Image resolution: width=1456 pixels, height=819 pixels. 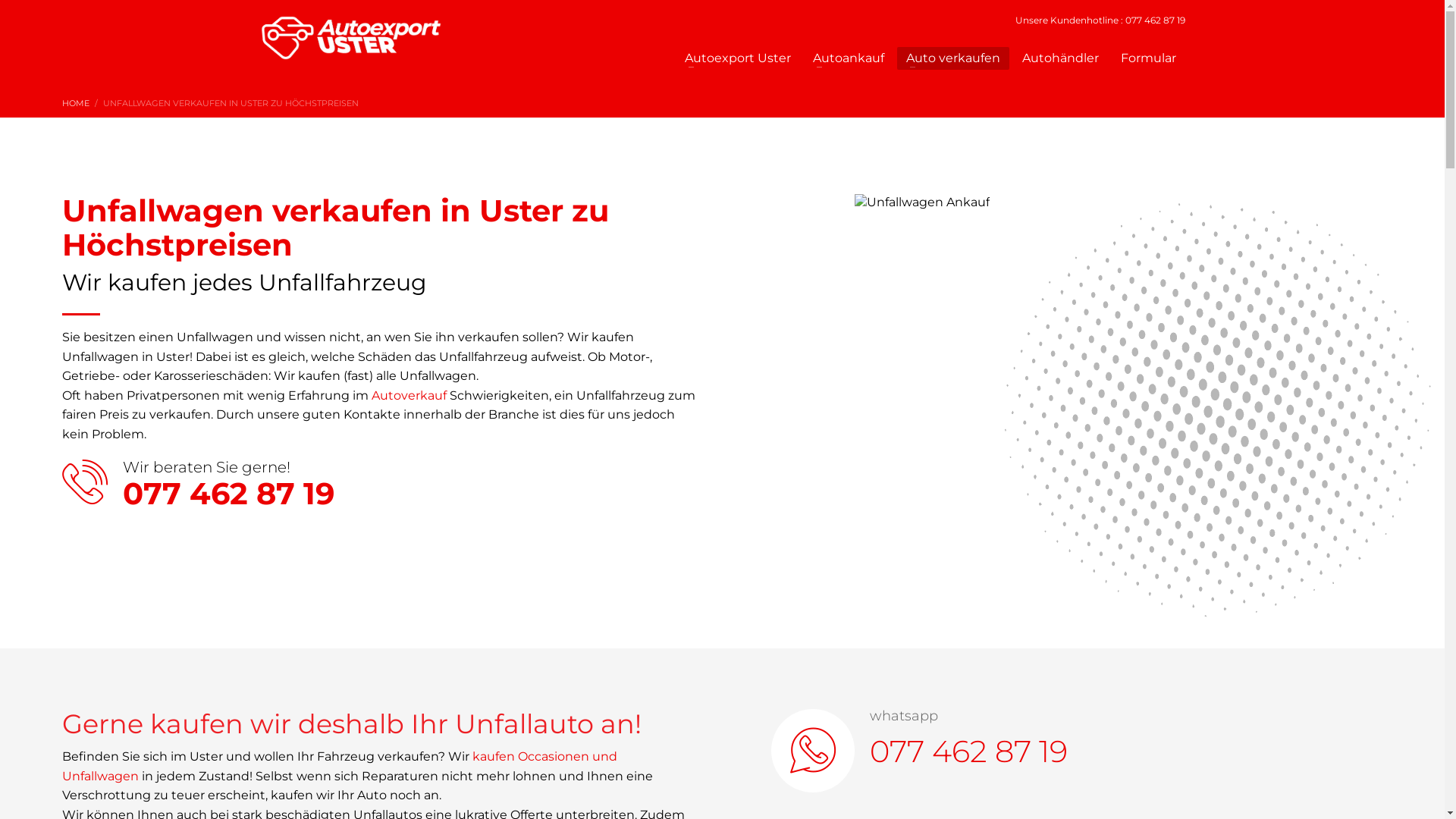 I want to click on 'Formular', so click(x=1148, y=58).